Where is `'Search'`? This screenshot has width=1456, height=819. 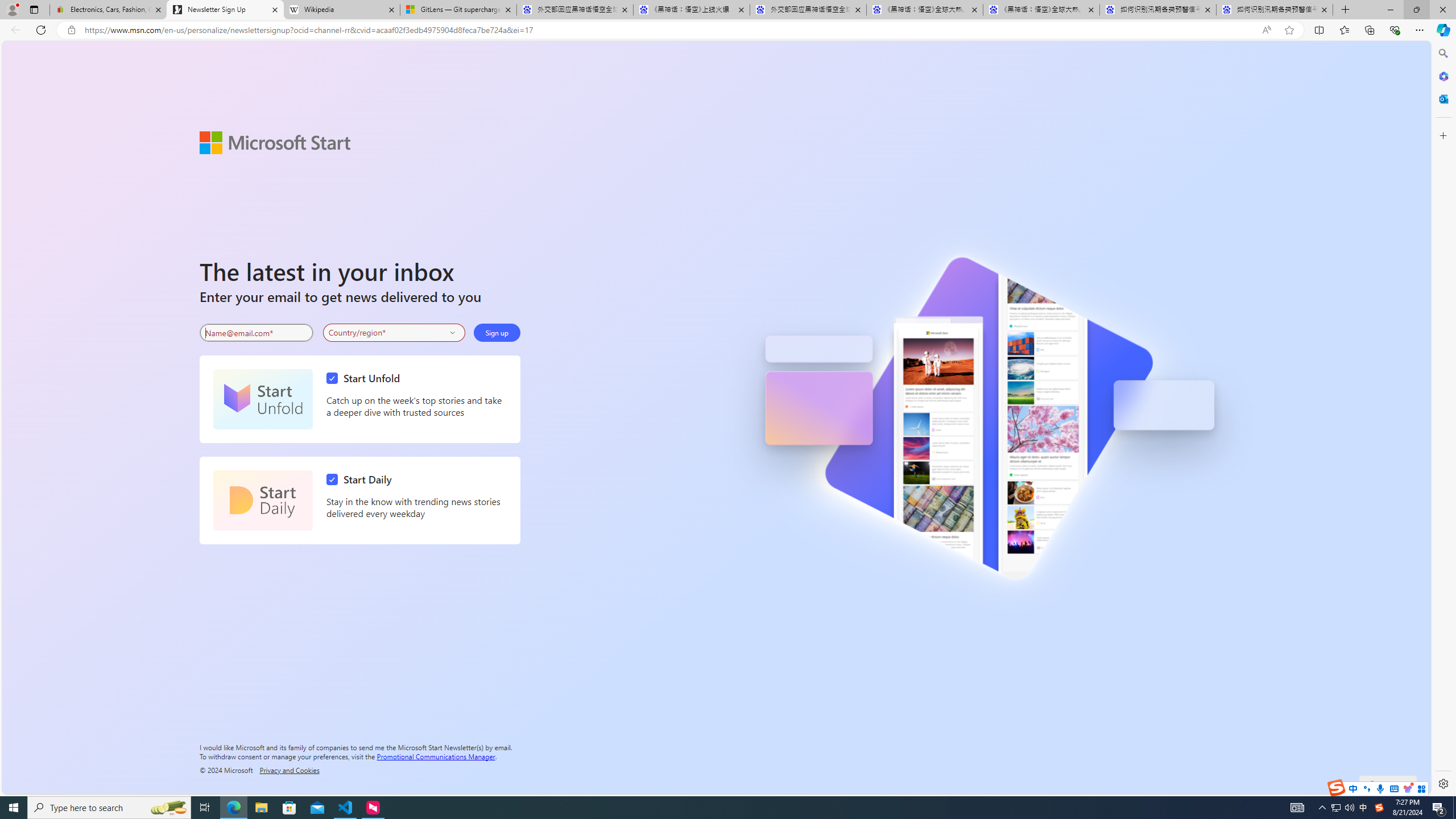 'Search' is located at coordinates (1442, 53).